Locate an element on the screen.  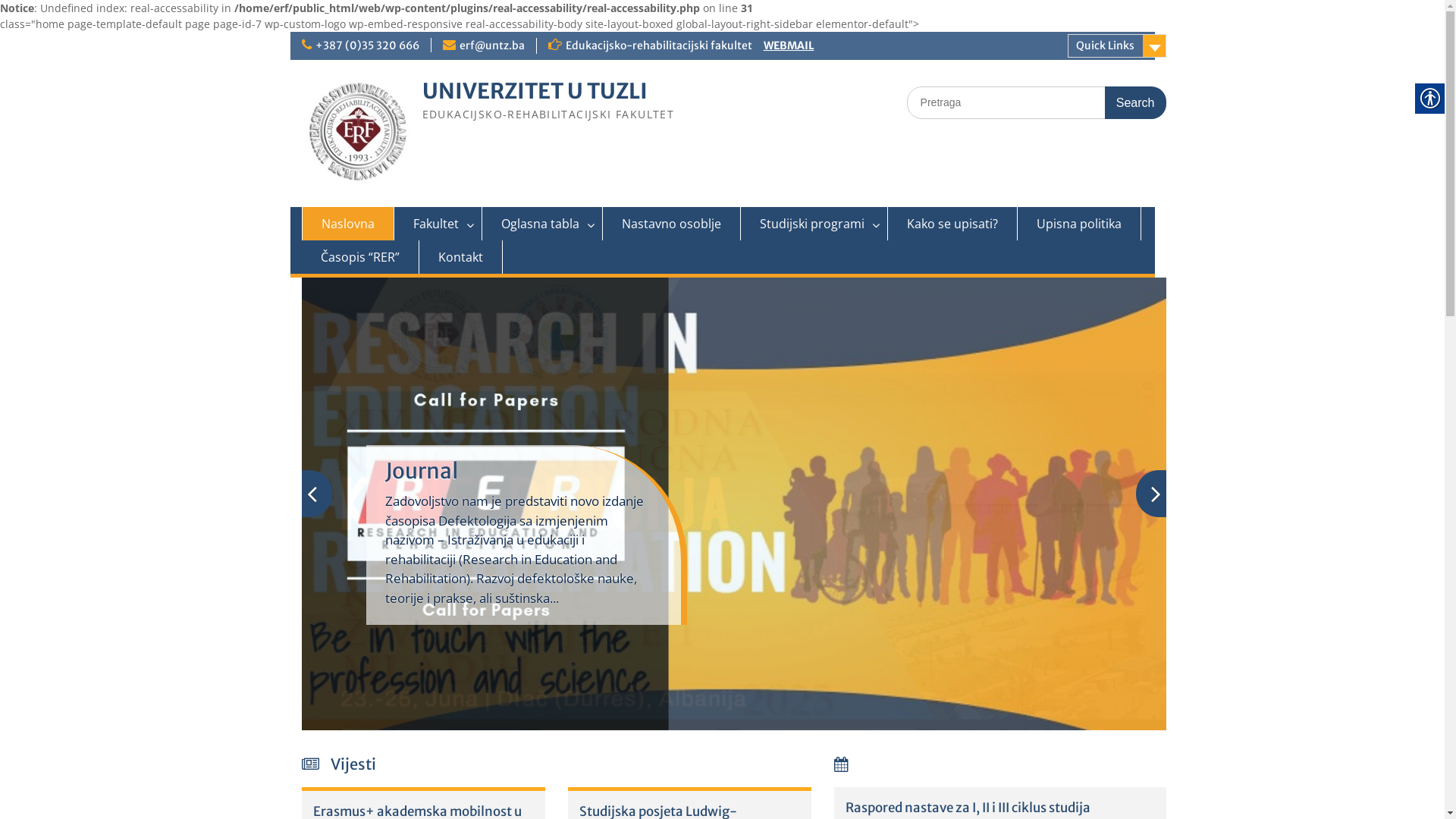
'Kako se upisati?' is located at coordinates (887, 223).